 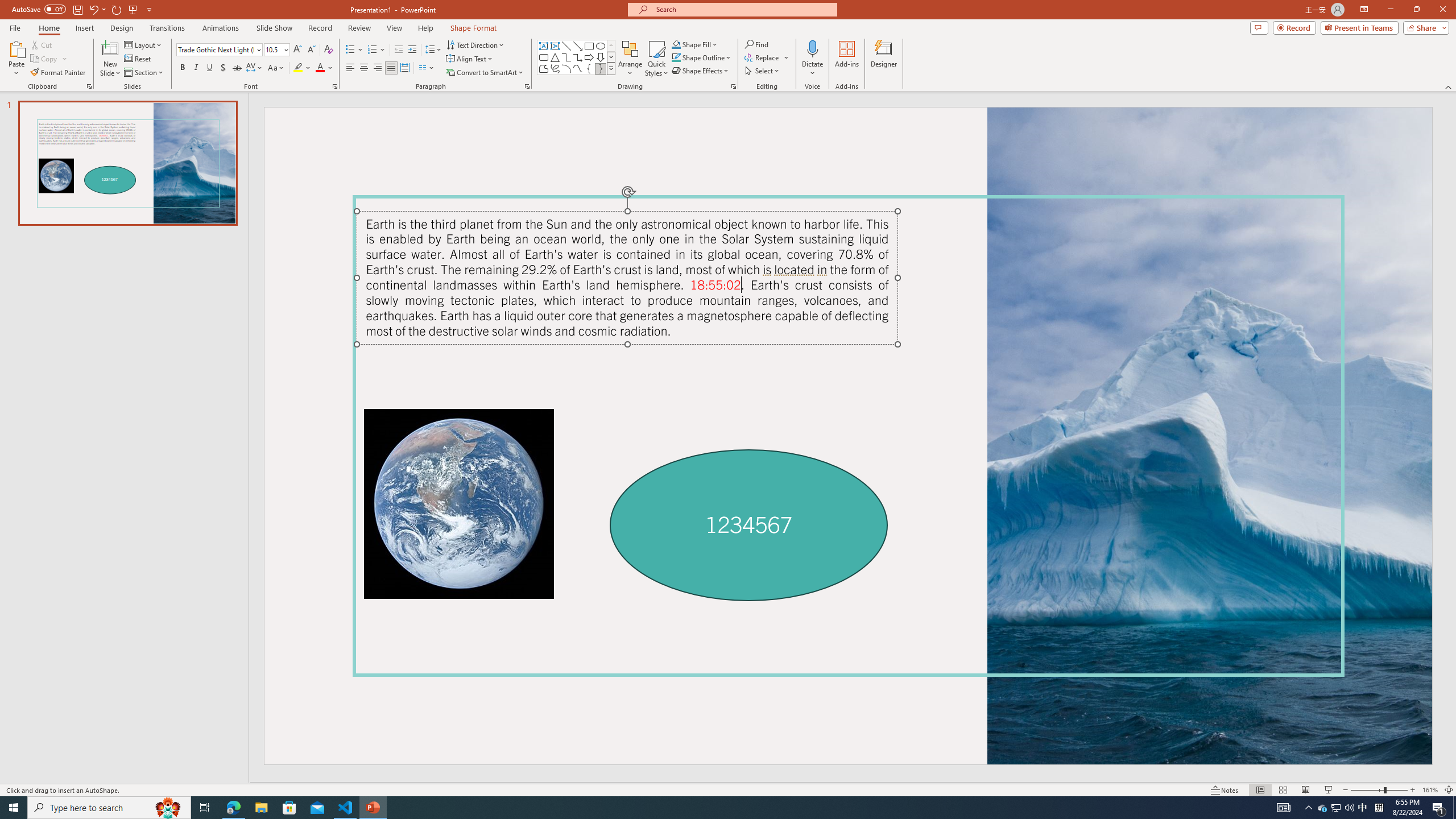 I want to click on 'Underline', so click(x=209, y=67).